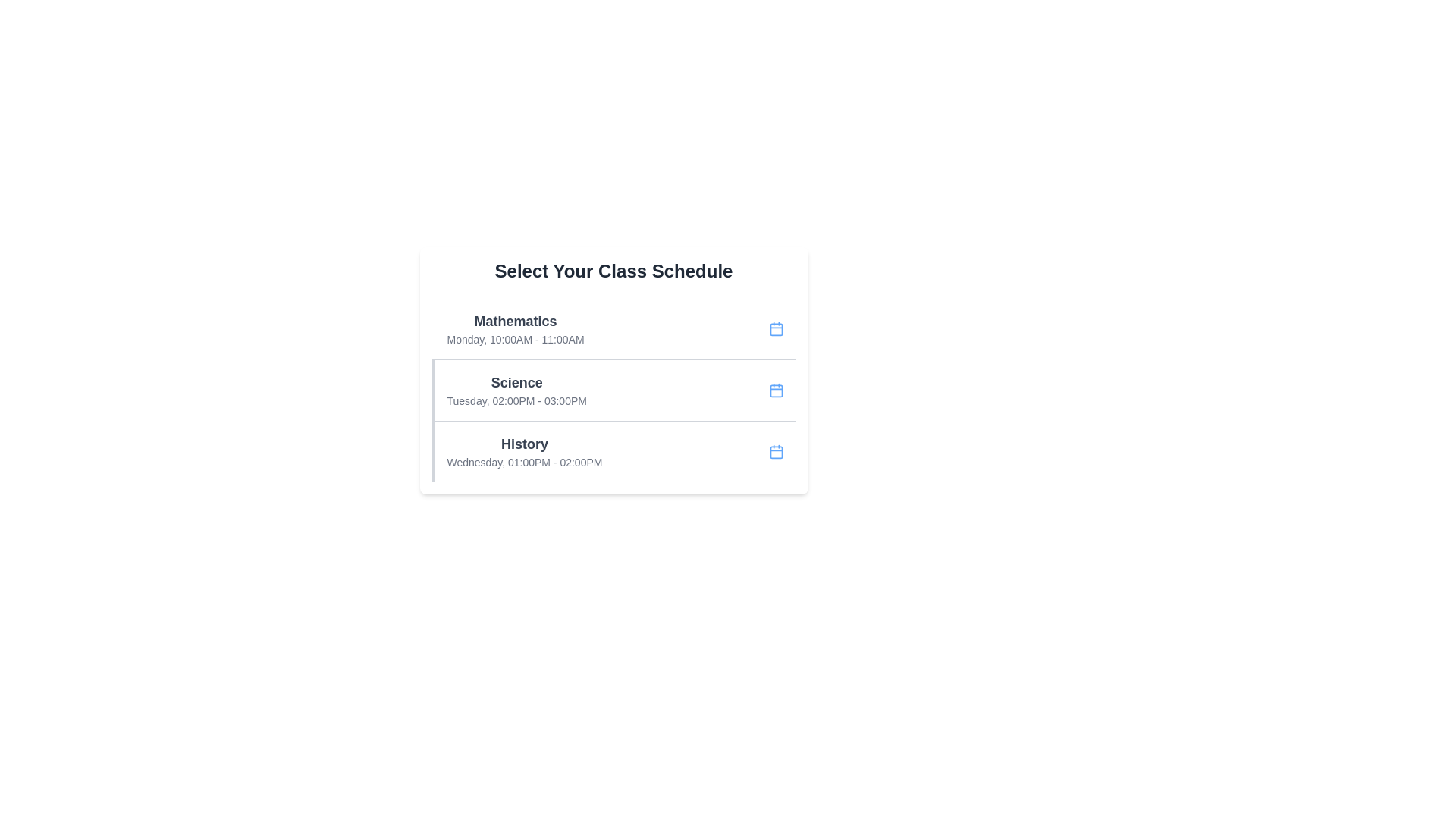 This screenshot has width=1456, height=819. What do you see at coordinates (516, 321) in the screenshot?
I see `the 'Mathematics' text label, which is a bold and slightly large heading in dark grey color located at the top of a schedule entry in a vertical list` at bounding box center [516, 321].